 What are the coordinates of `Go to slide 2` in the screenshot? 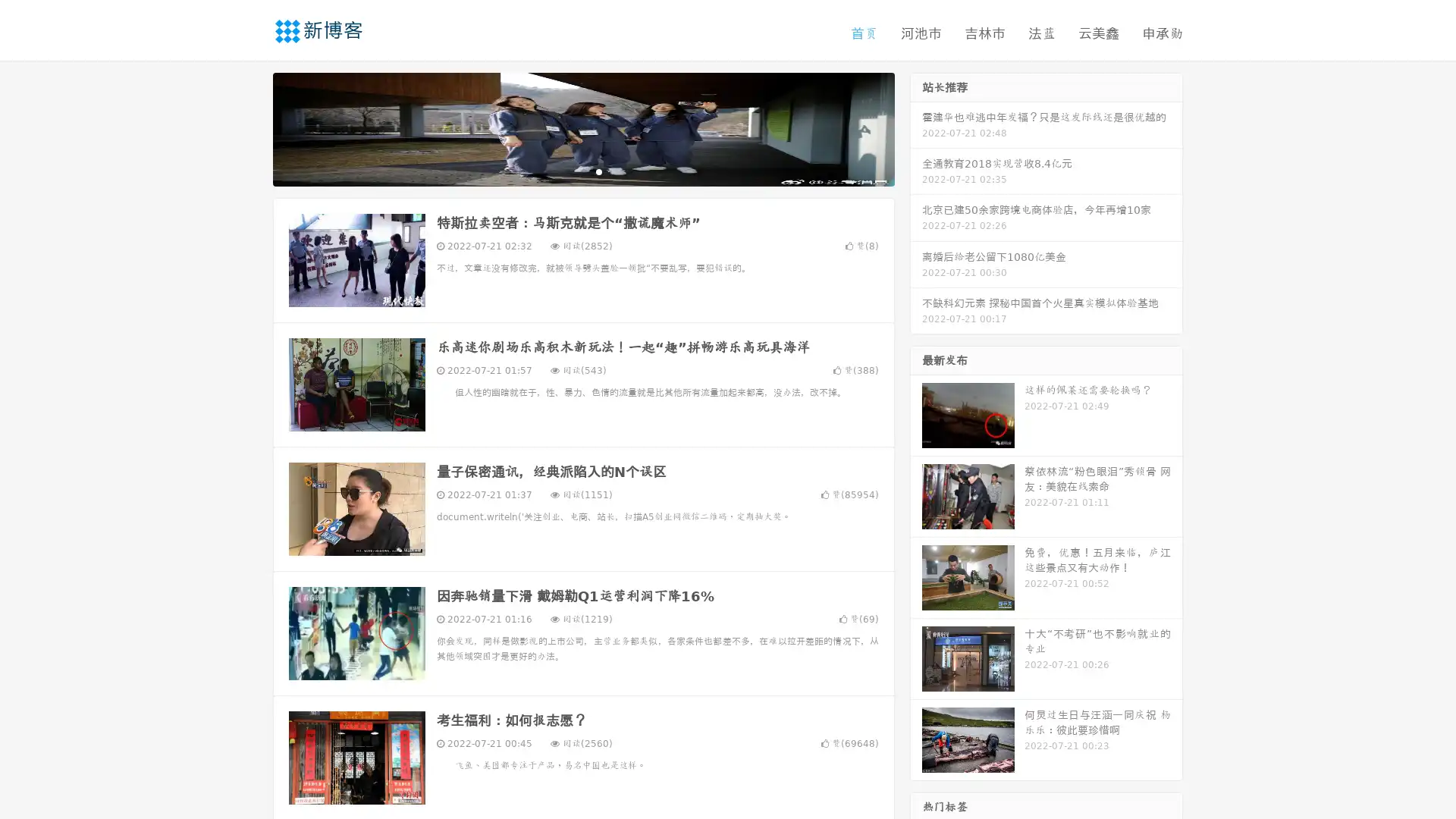 It's located at (582, 171).